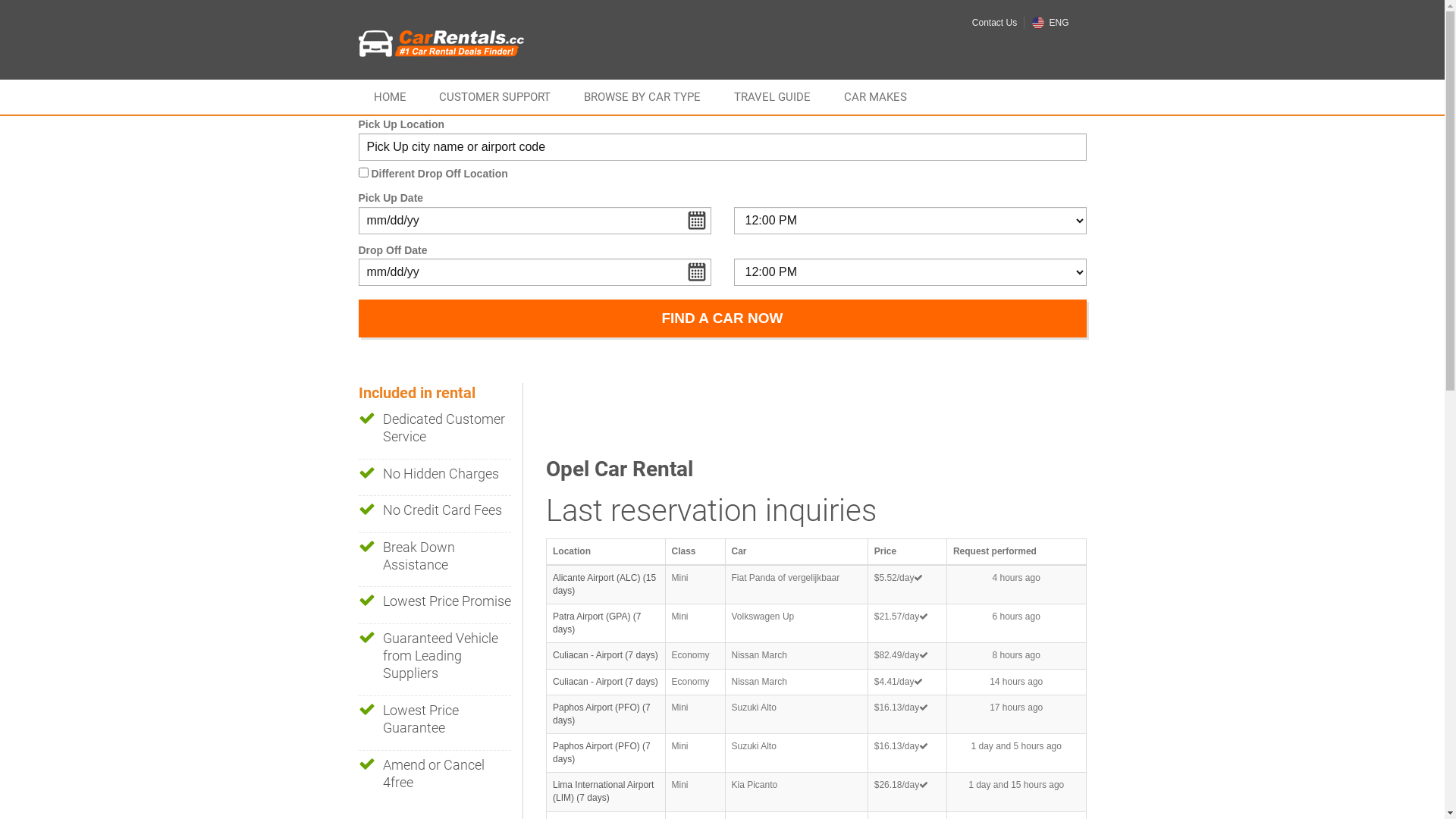  What do you see at coordinates (642, 96) in the screenshot?
I see `'BROWSE BY CAR TYPE'` at bounding box center [642, 96].